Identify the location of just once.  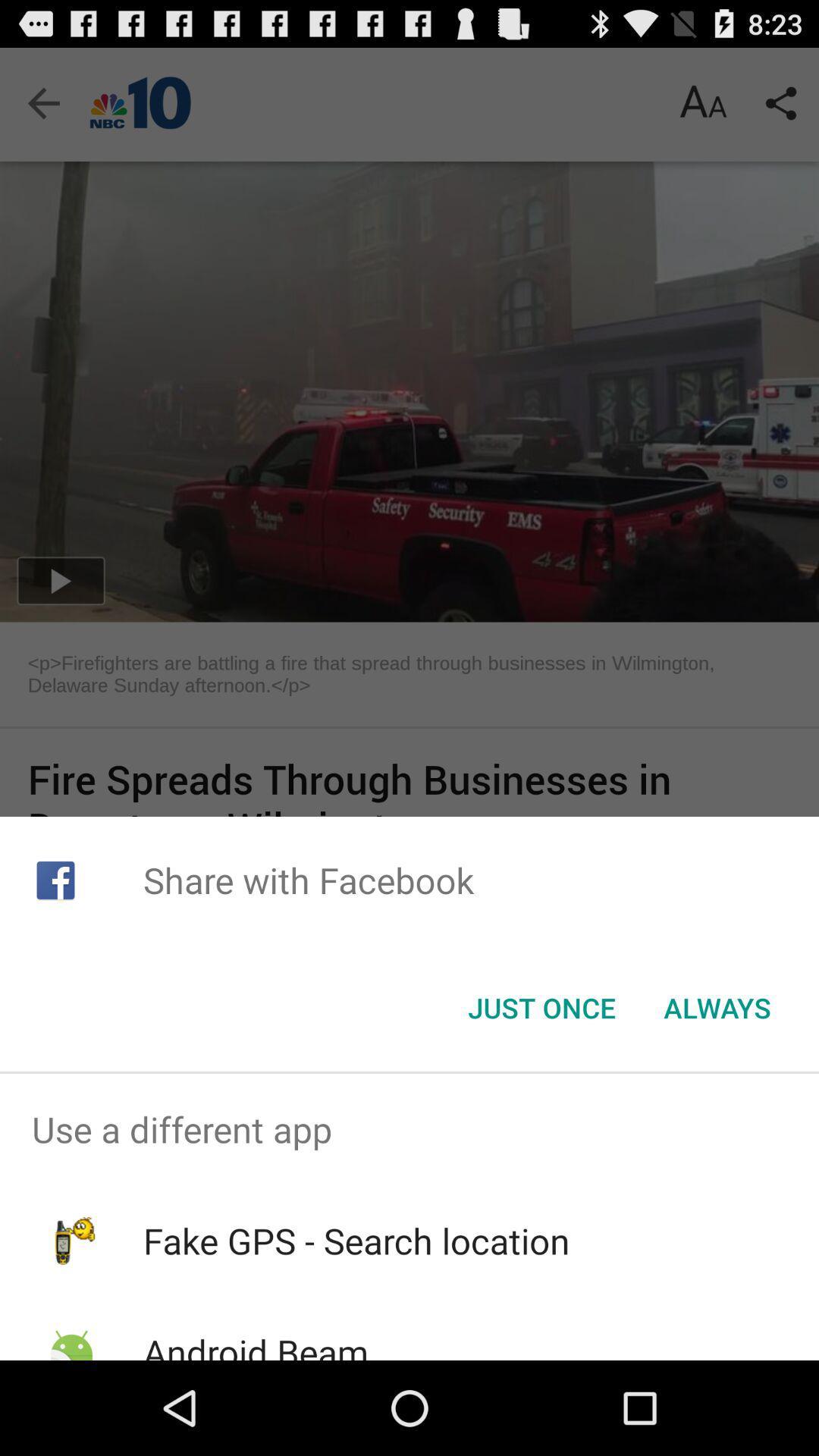
(541, 1008).